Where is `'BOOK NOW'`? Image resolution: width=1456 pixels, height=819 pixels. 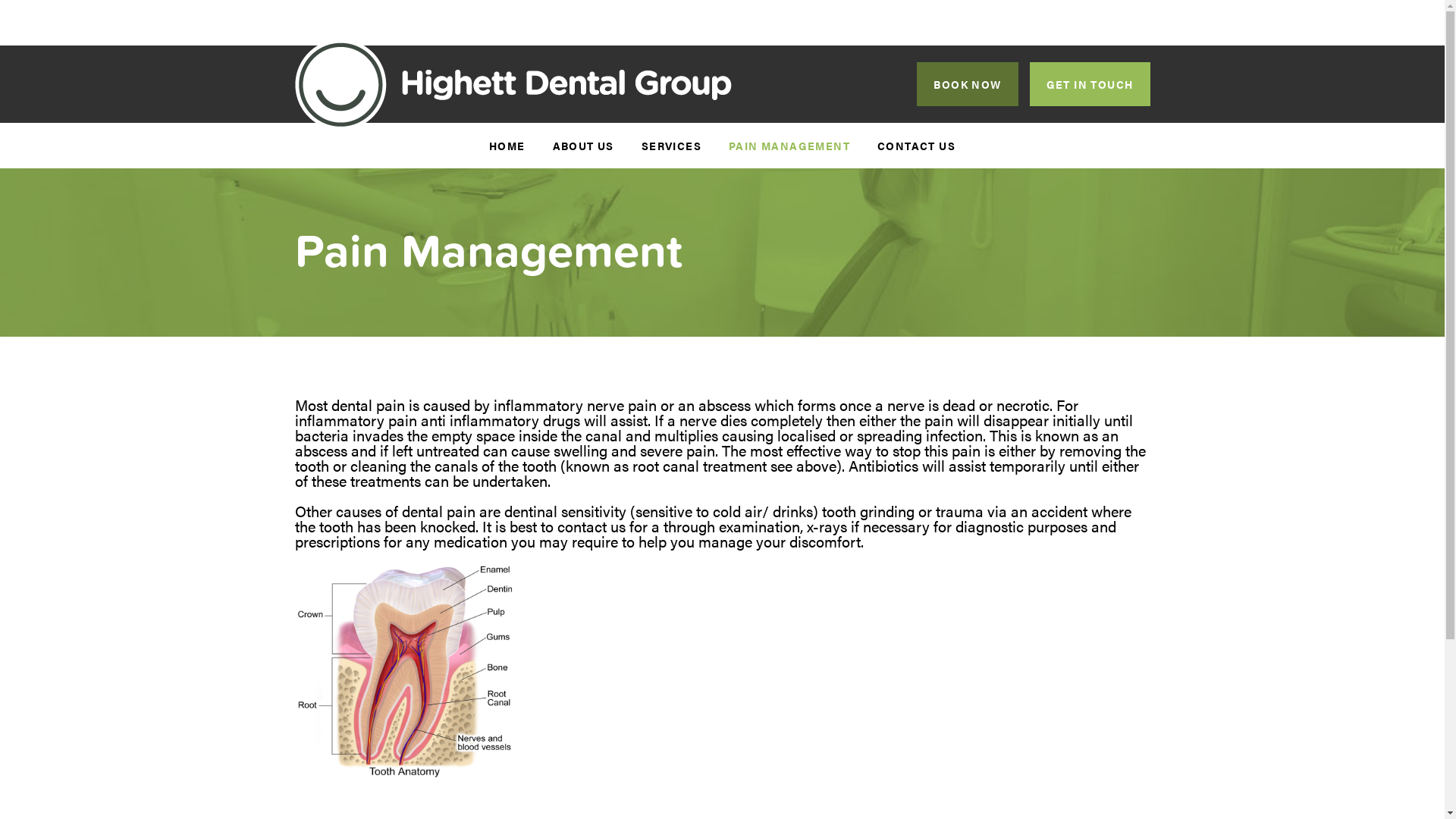
'BOOK NOW' is located at coordinates (966, 84).